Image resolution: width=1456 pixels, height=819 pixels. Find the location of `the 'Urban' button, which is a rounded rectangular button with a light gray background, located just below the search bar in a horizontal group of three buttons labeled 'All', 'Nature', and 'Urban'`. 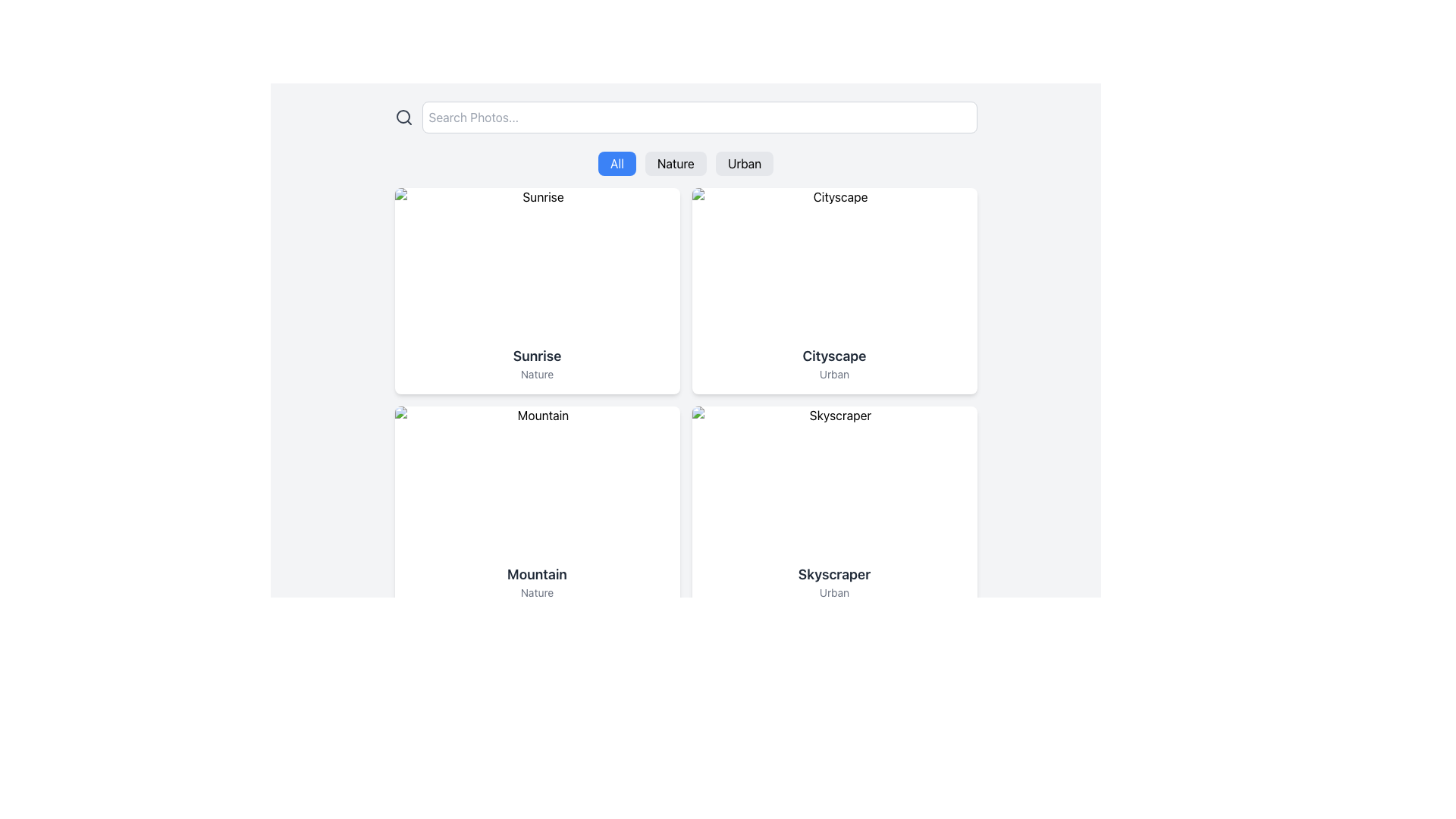

the 'Urban' button, which is a rounded rectangular button with a light gray background, located just below the search bar in a horizontal group of three buttons labeled 'All', 'Nature', and 'Urban' is located at coordinates (744, 164).